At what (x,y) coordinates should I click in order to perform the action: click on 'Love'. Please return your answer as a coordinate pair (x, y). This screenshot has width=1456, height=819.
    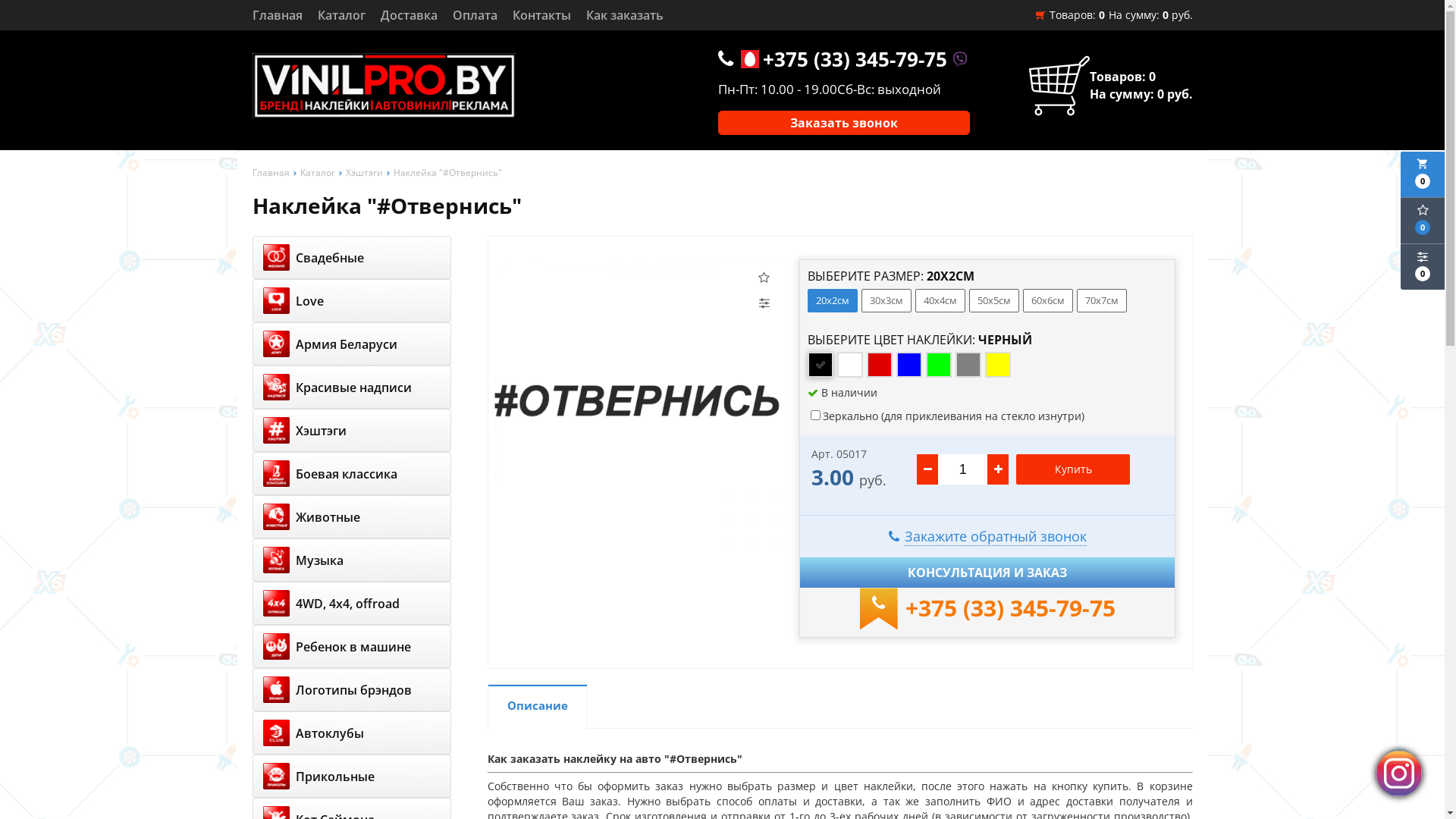
    Looking at the image, I should click on (350, 300).